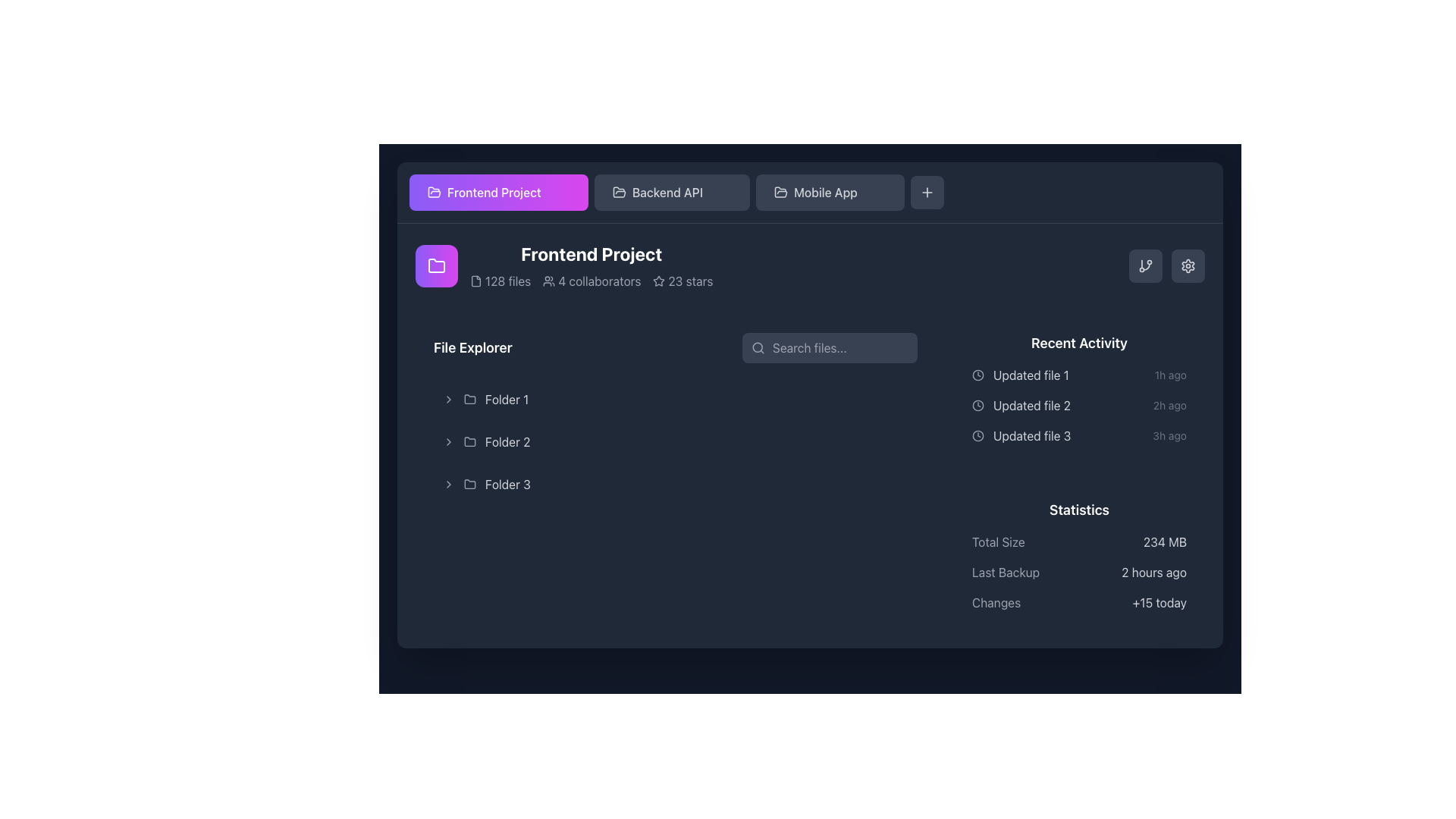  Describe the element at coordinates (447, 485) in the screenshot. I see `the right-facing chevron icon adjacent to the text label 'Folder 3' in the 'File Explorer' list` at that location.